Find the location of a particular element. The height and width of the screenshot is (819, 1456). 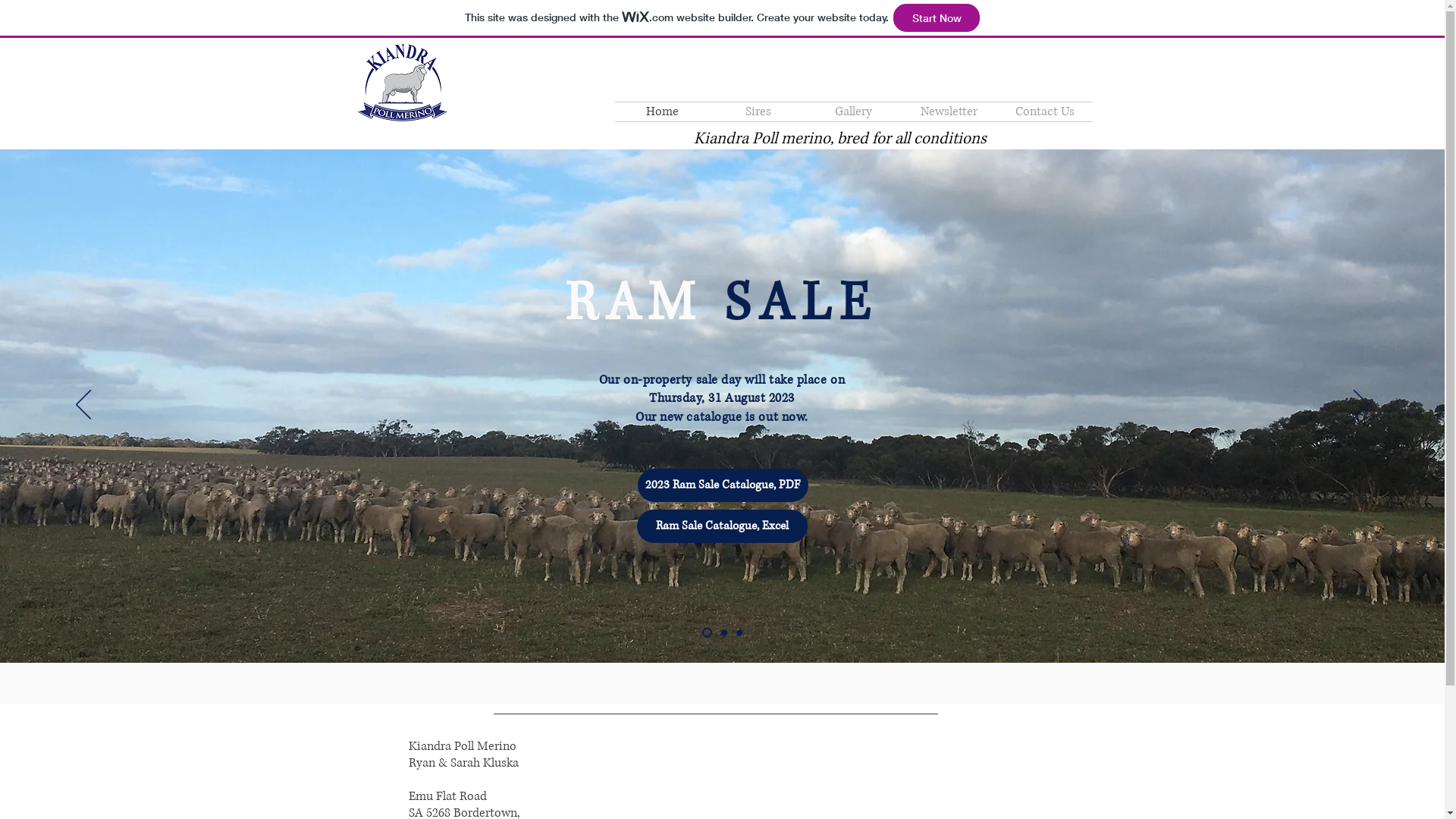

'Contact Us' is located at coordinates (996, 111).